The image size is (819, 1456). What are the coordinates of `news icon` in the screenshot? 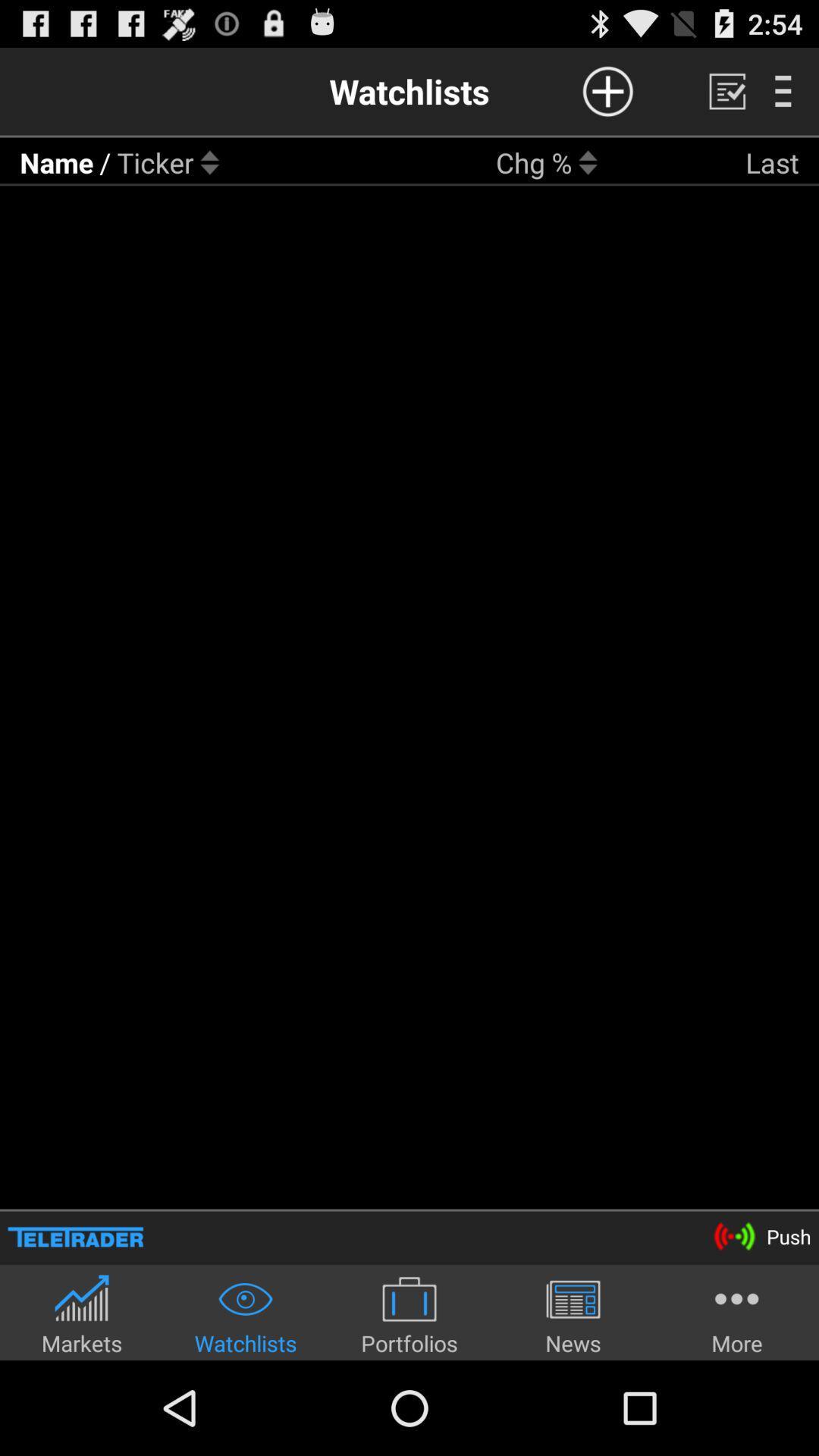 It's located at (573, 1313).